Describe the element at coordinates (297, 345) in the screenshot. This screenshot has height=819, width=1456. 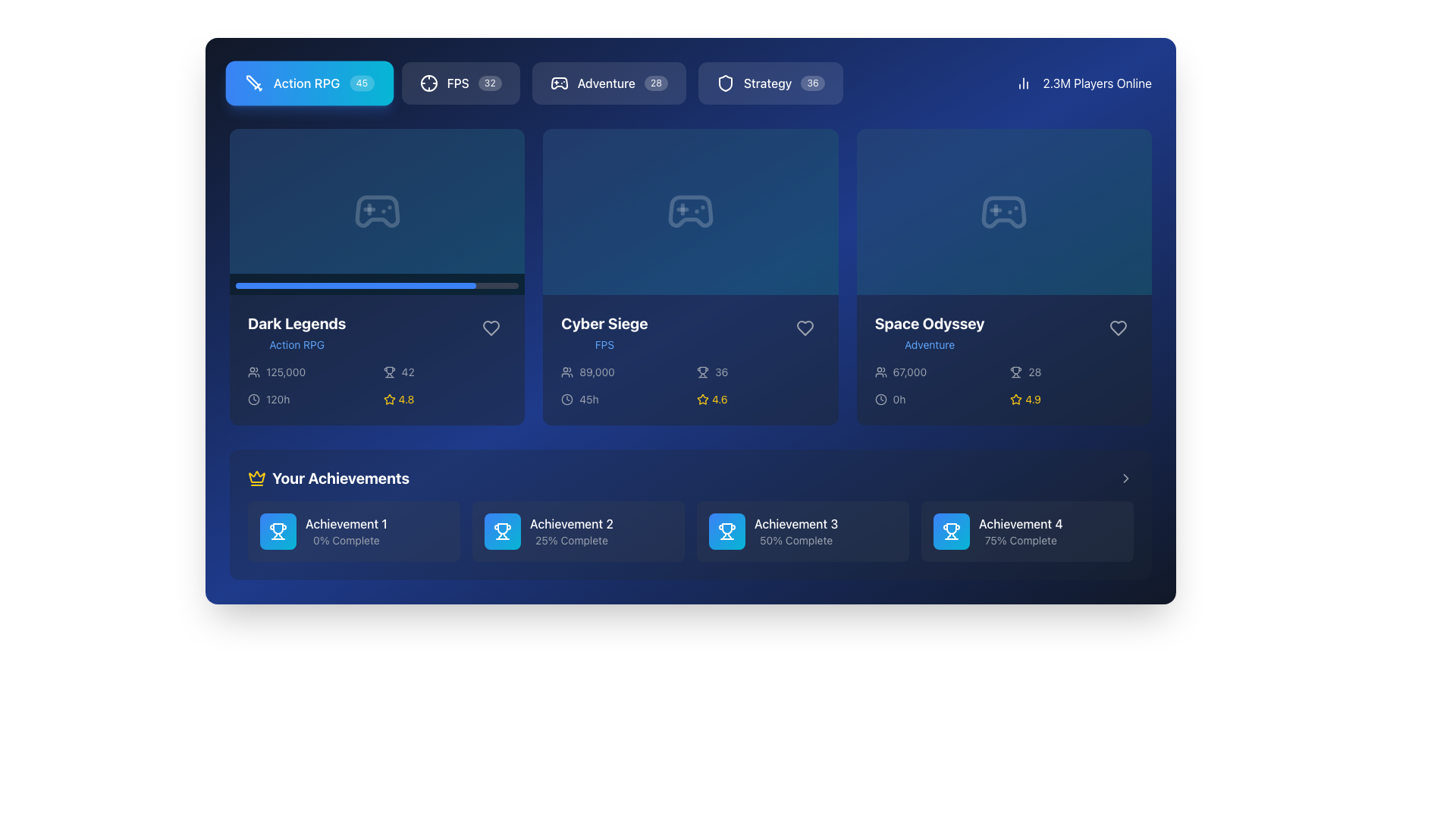
I see `the text label displaying 'Action RPG' in blue, located below the 'Dark Legends' header on the game card in the top-left section of the UI` at that location.